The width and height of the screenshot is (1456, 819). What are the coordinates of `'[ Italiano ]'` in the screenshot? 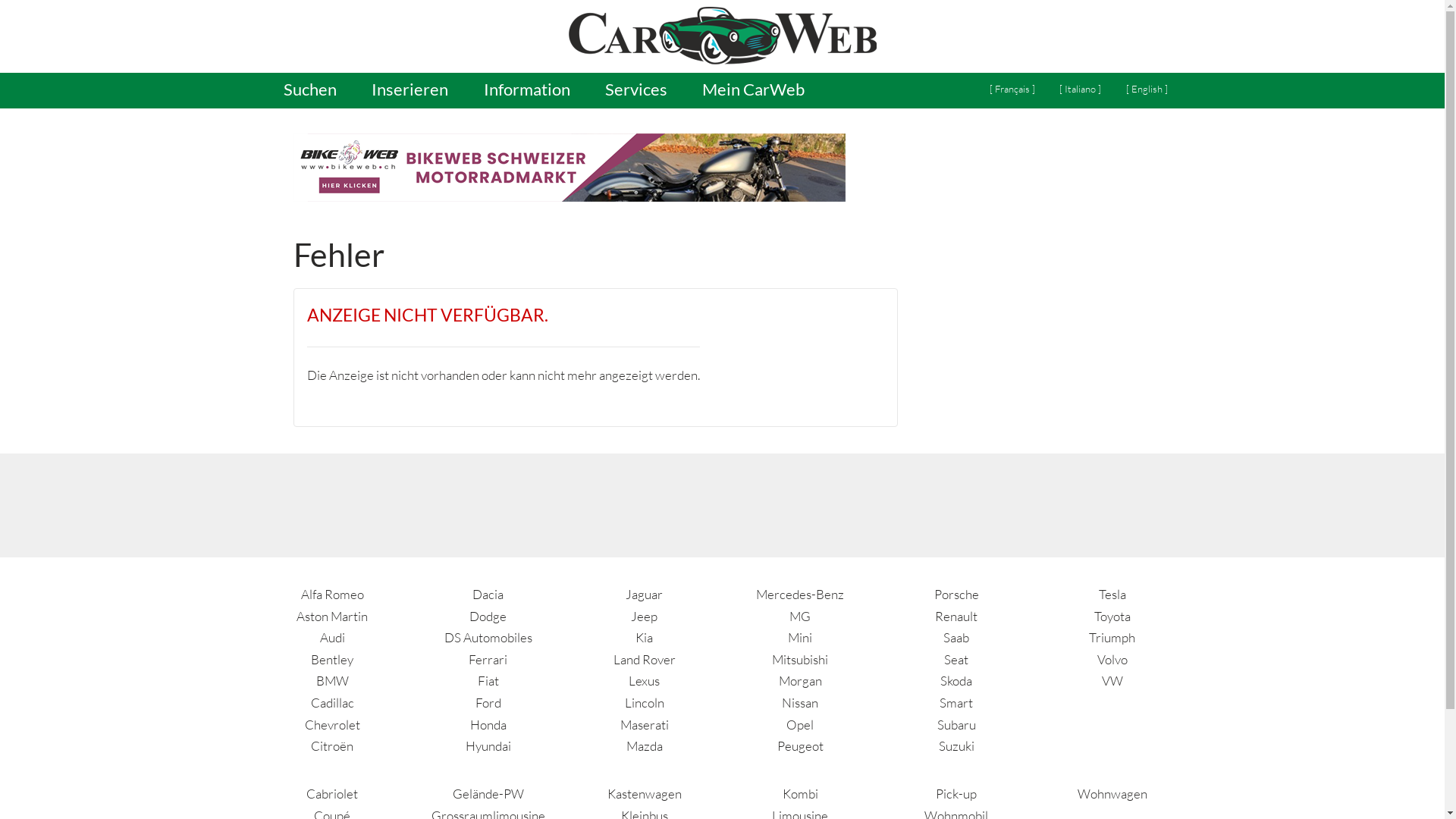 It's located at (1079, 89).